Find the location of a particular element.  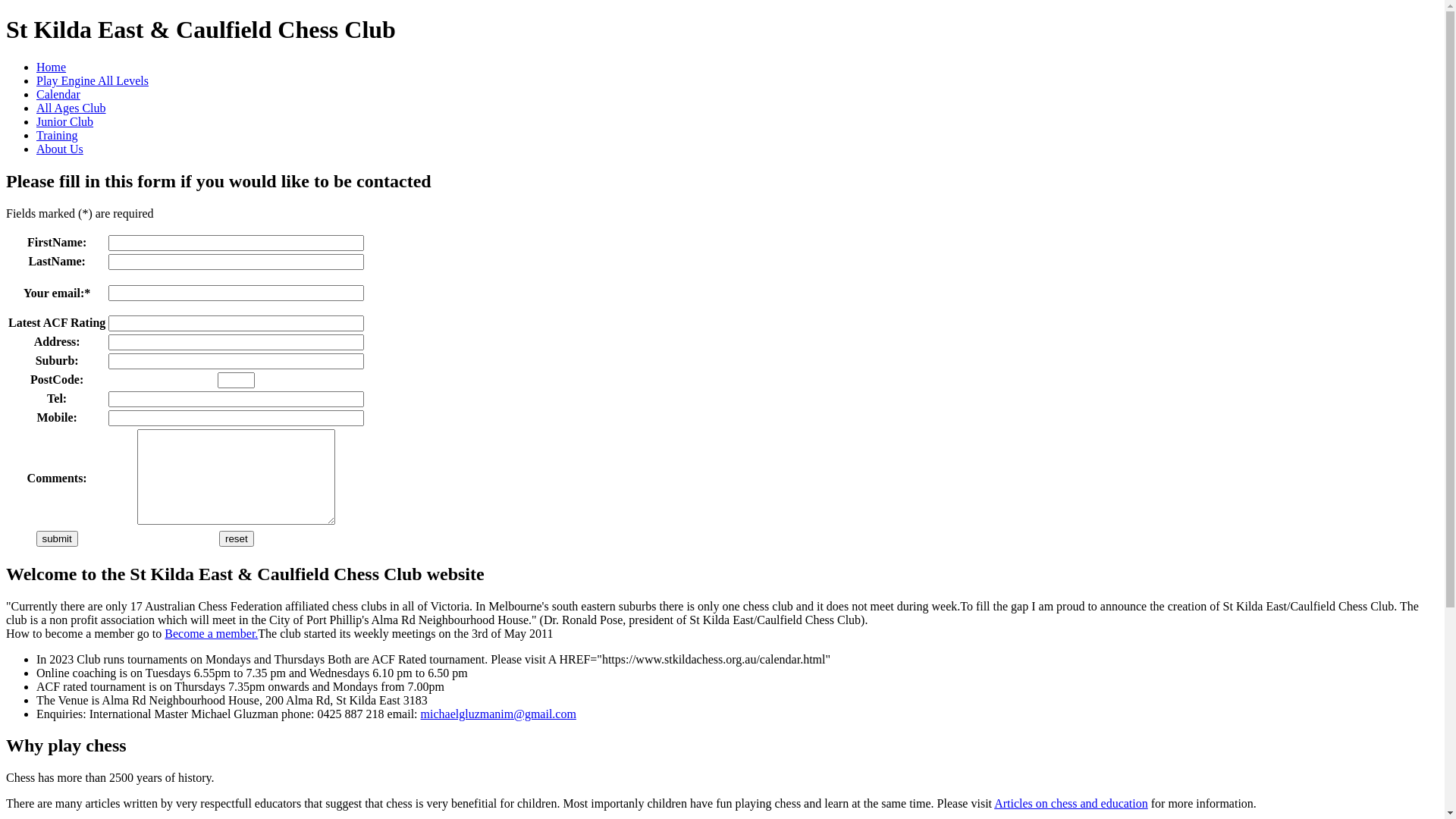

'All Ages Club' is located at coordinates (71, 107).